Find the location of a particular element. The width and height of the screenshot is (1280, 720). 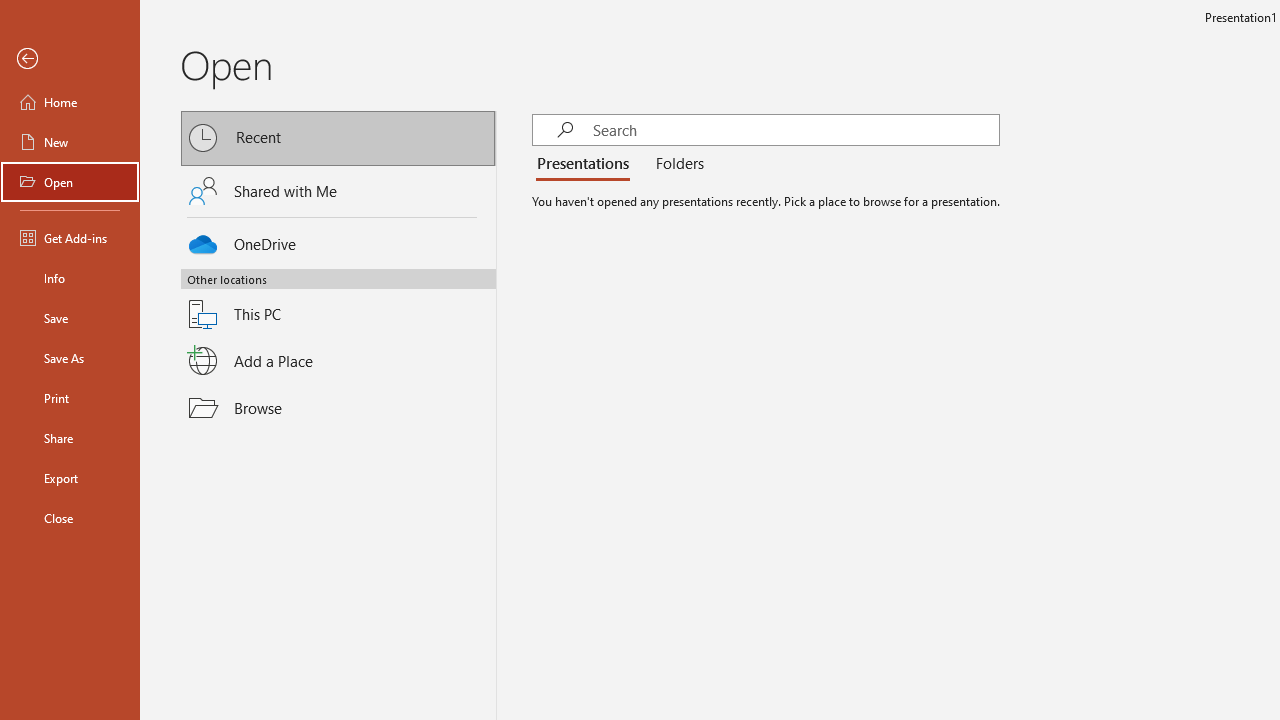

'Presentations' is located at coordinates (586, 163).